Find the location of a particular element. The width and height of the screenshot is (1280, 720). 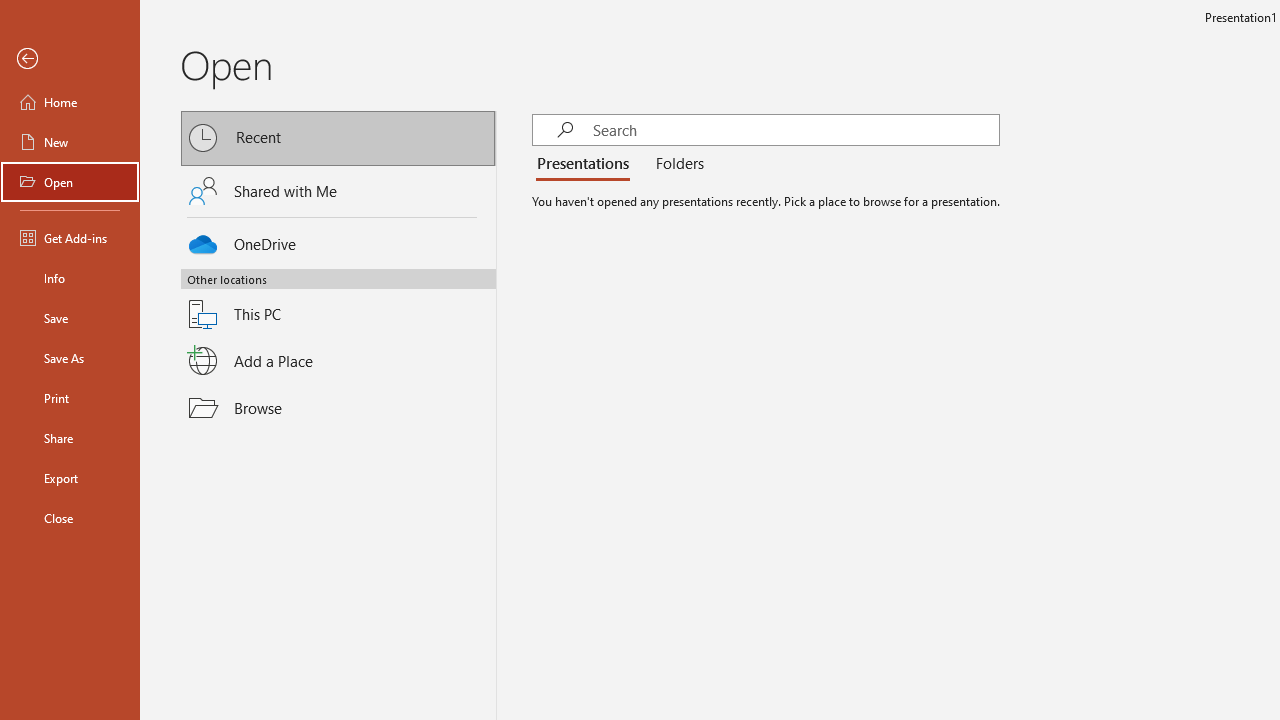

'Presentations' is located at coordinates (586, 163).